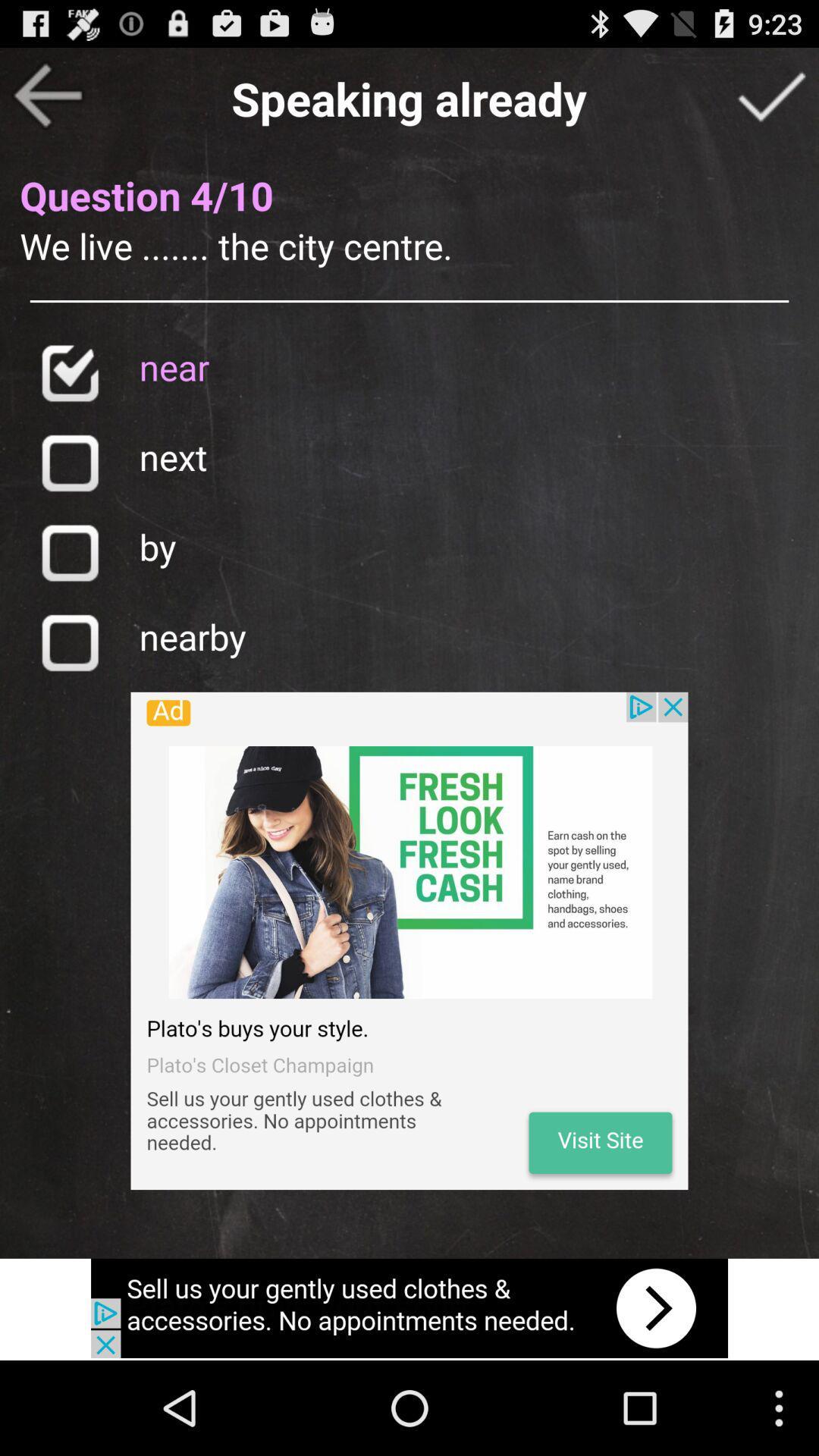 This screenshot has height=1456, width=819. Describe the element at coordinates (409, 940) in the screenshot. I see `advertisement` at that location.